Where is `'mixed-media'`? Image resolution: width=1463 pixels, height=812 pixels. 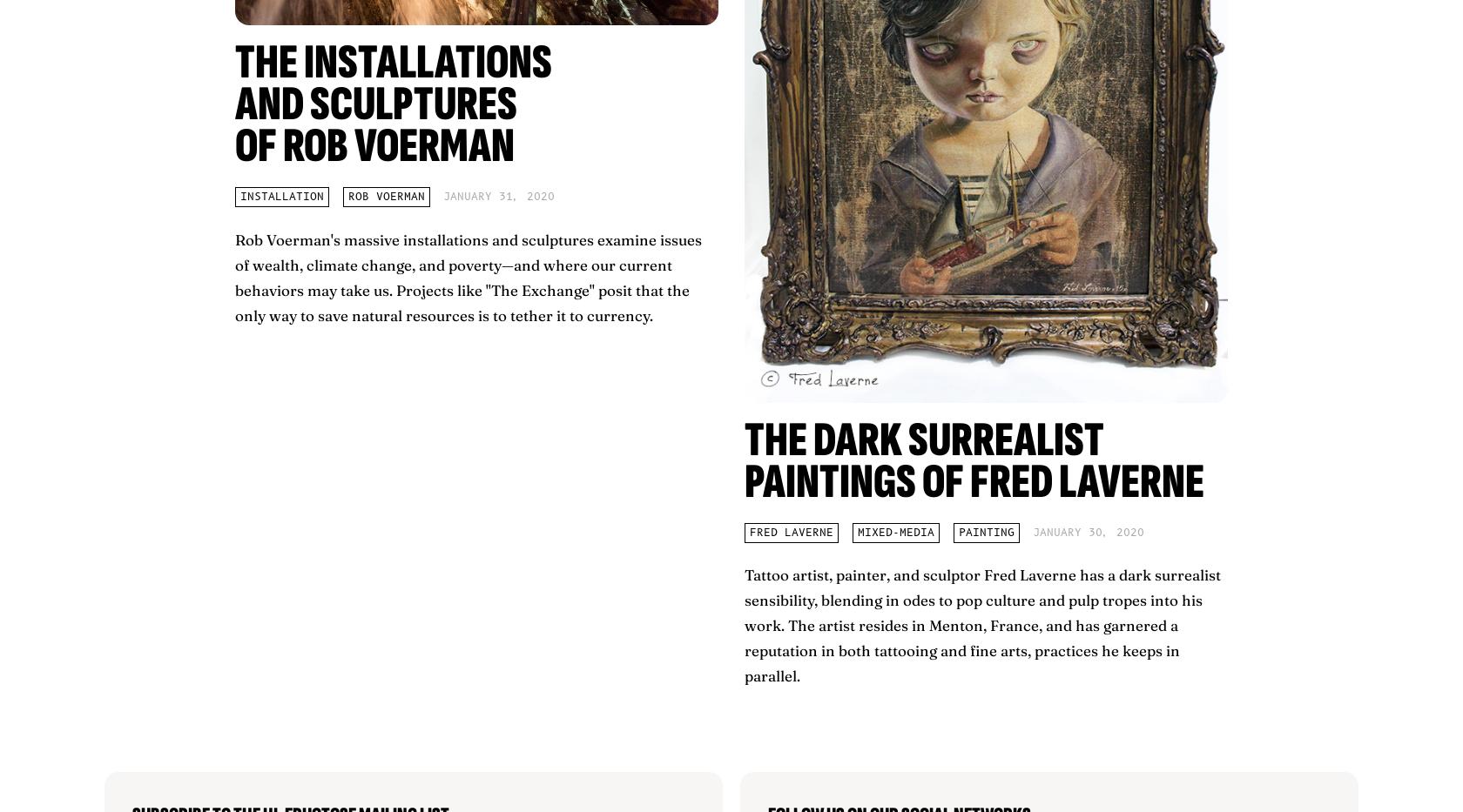
'mixed-media' is located at coordinates (896, 532).